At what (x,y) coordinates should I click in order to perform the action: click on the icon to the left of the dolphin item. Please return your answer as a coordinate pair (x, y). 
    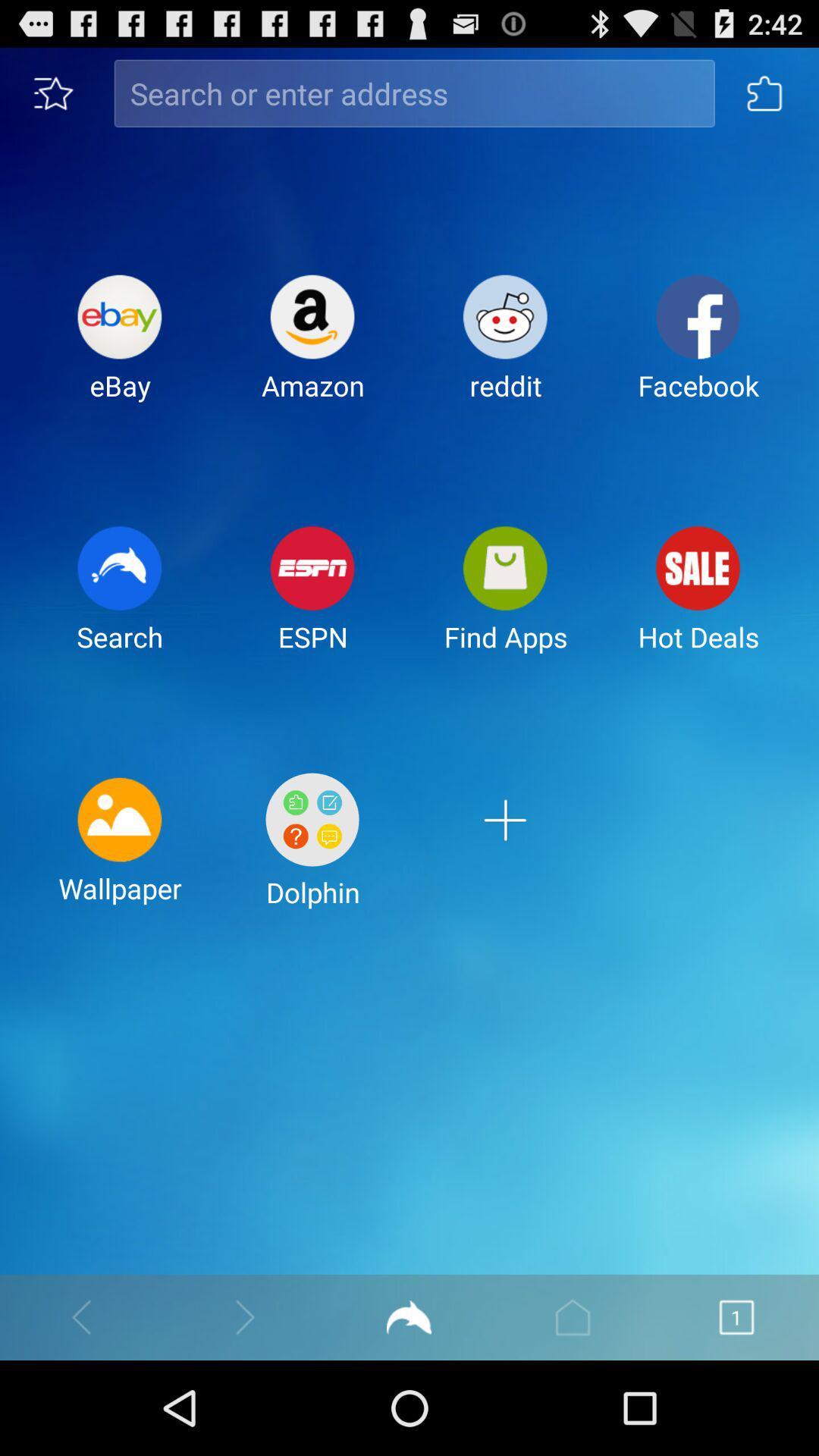
    Looking at the image, I should click on (119, 852).